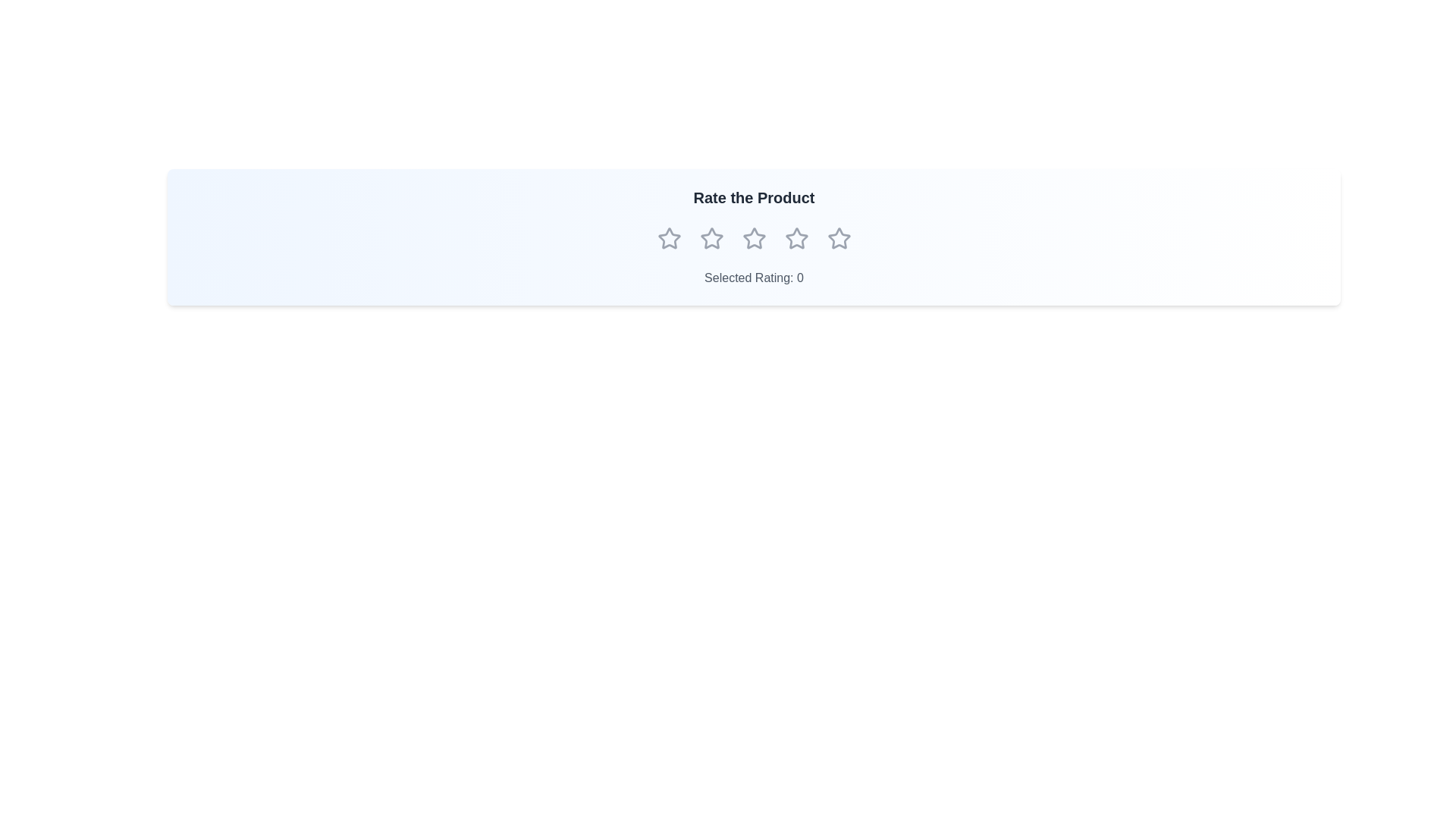 The height and width of the screenshot is (819, 1456). I want to click on the third star button in the rating system for keyboard-based selection, so click(754, 239).